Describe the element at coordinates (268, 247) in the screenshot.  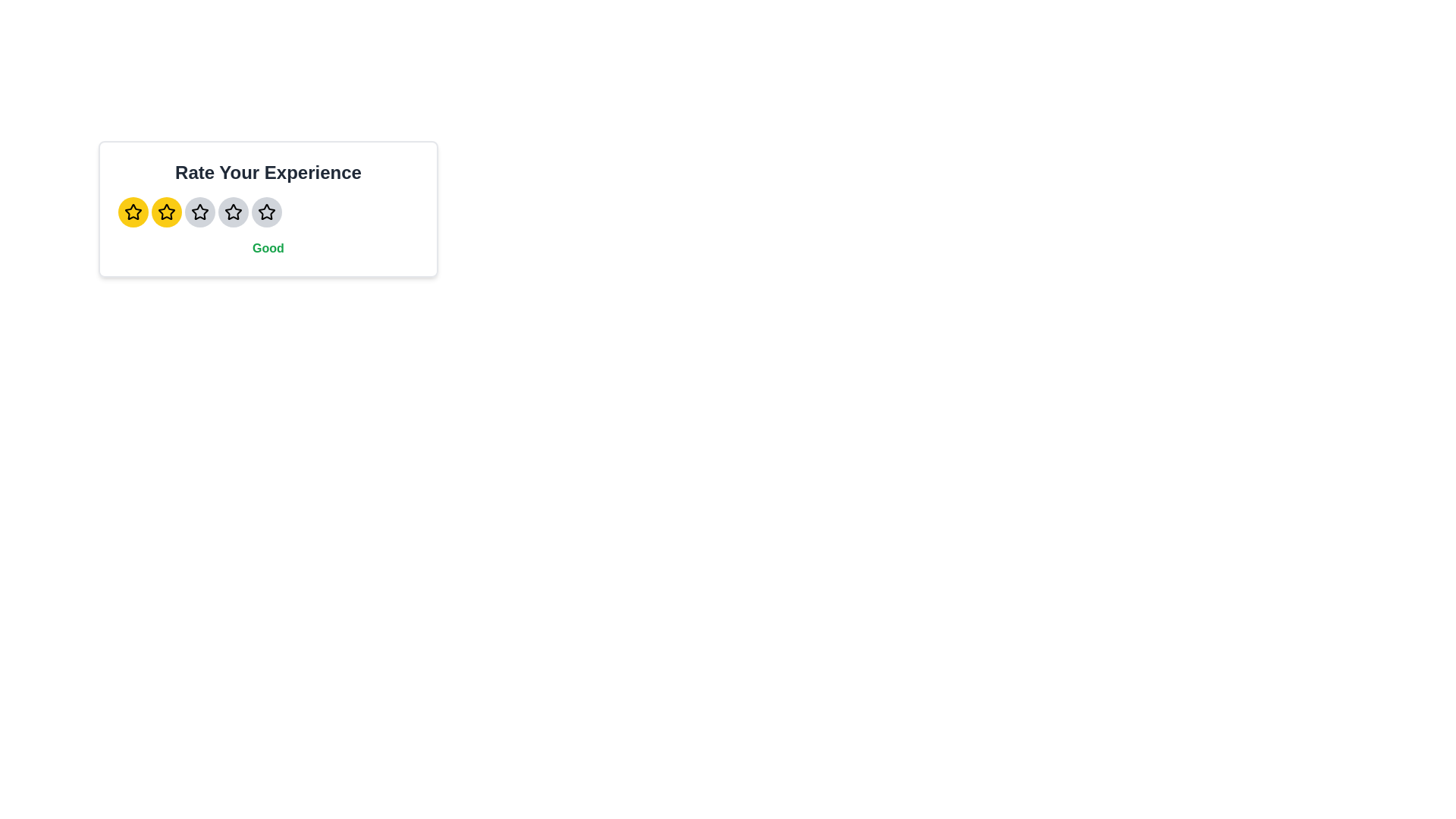
I see `the text label 'Good' that is located below the star rating icons in the 'Rate Your Experience' card` at that location.